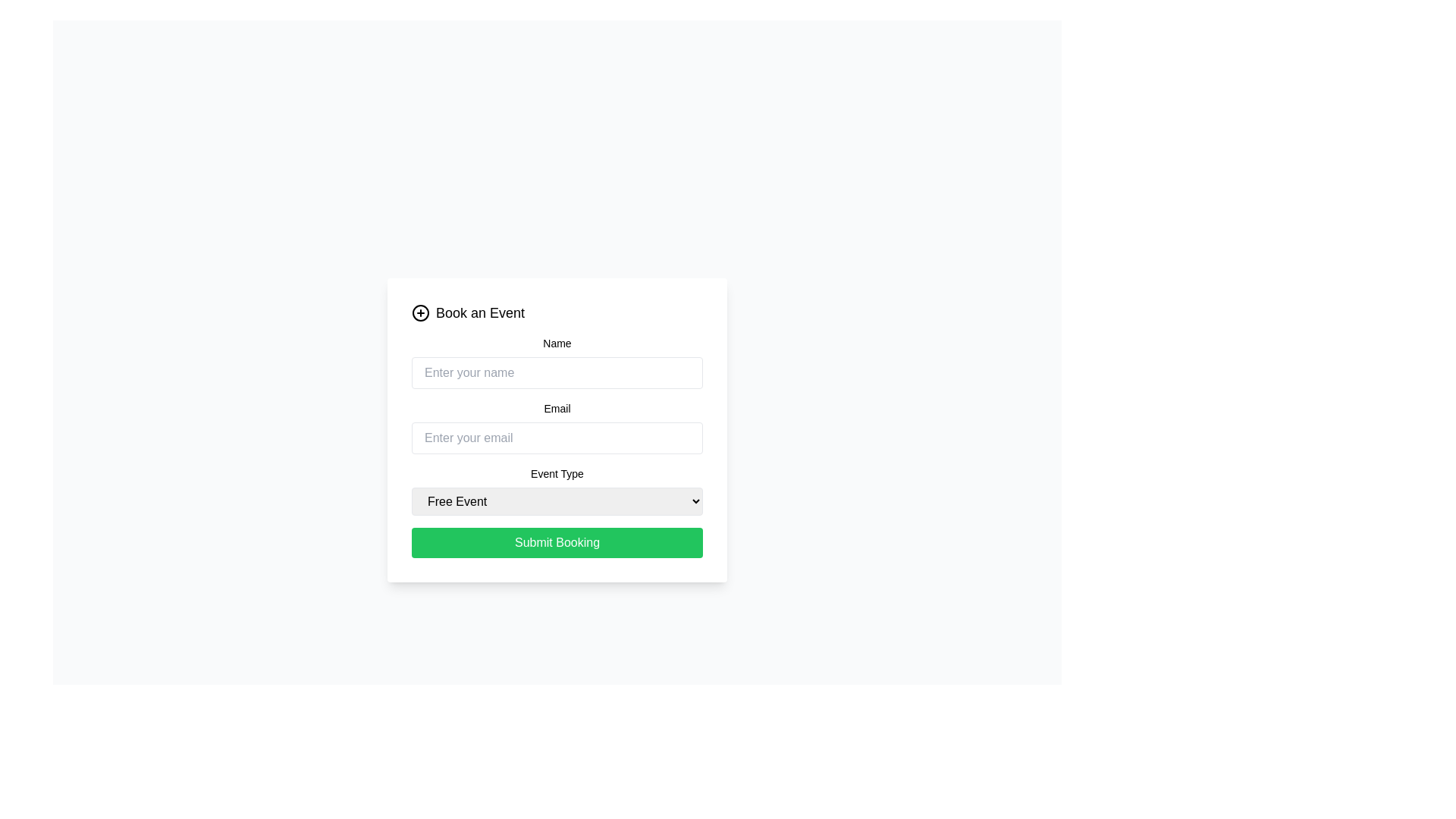 The width and height of the screenshot is (1456, 819). What do you see at coordinates (556, 541) in the screenshot?
I see `the submission button located at the bottom of the 'Book an Event' form` at bounding box center [556, 541].